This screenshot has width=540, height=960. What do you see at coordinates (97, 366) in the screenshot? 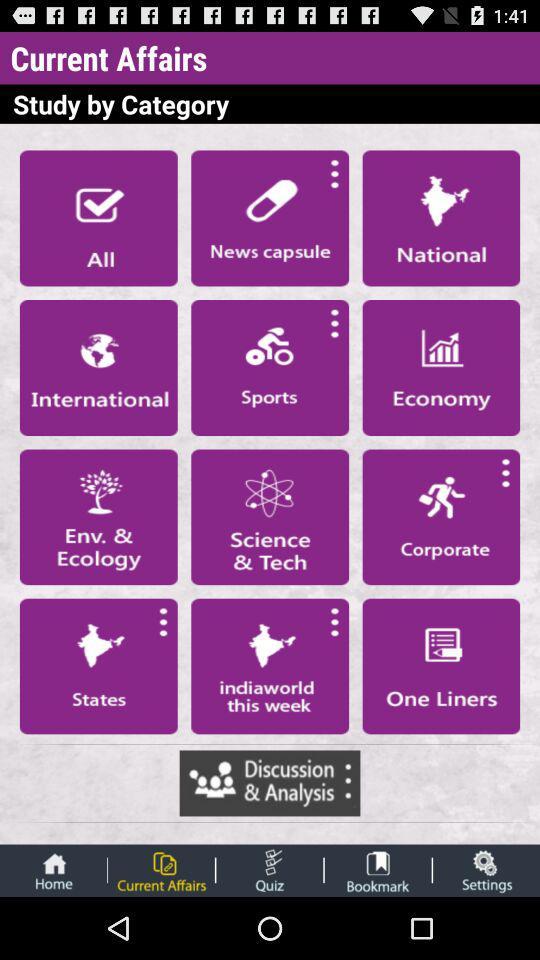
I see `article section` at bounding box center [97, 366].